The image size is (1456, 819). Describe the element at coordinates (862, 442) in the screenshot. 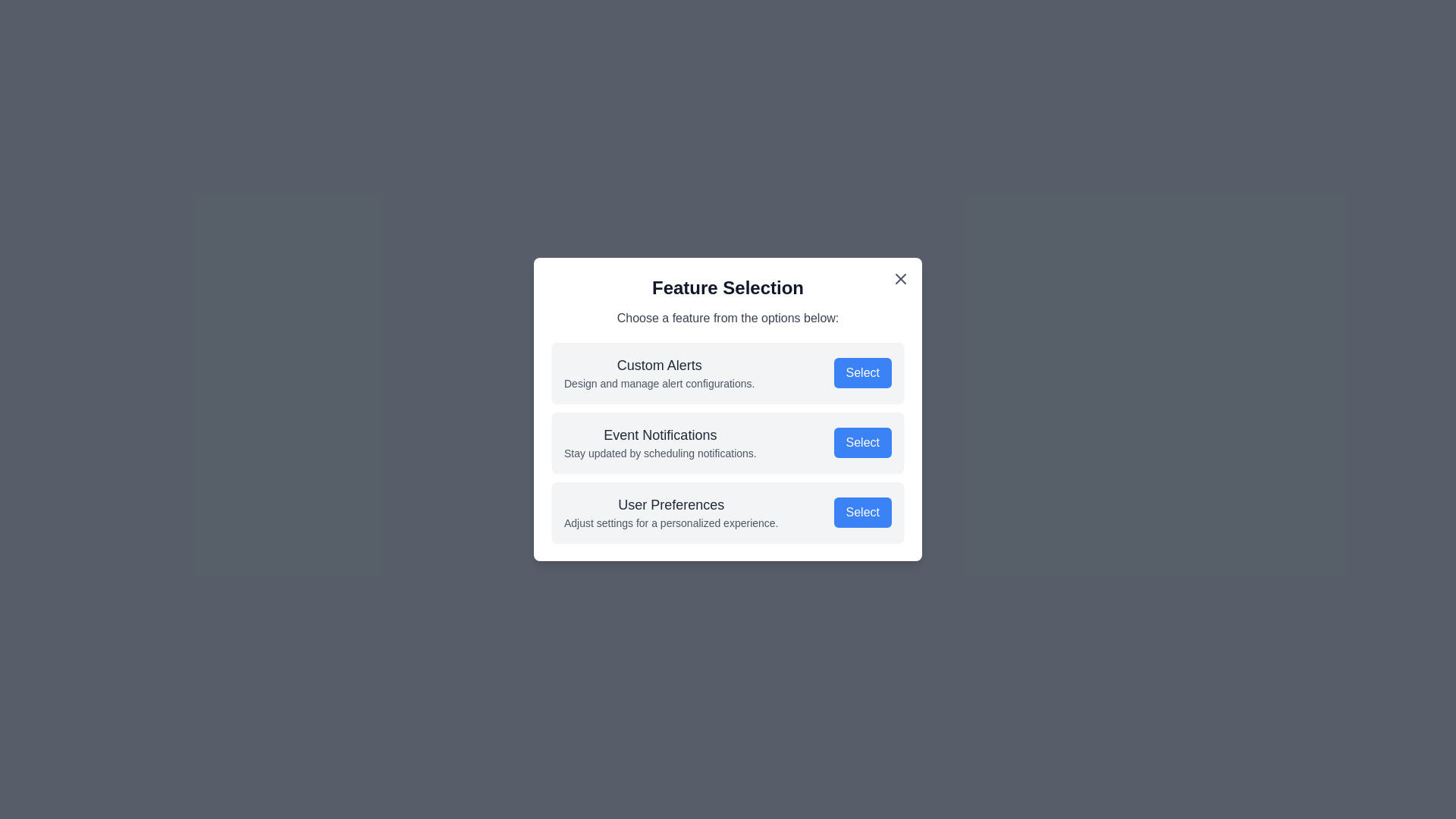

I see `the 'Select' button for Event Notifications` at that location.